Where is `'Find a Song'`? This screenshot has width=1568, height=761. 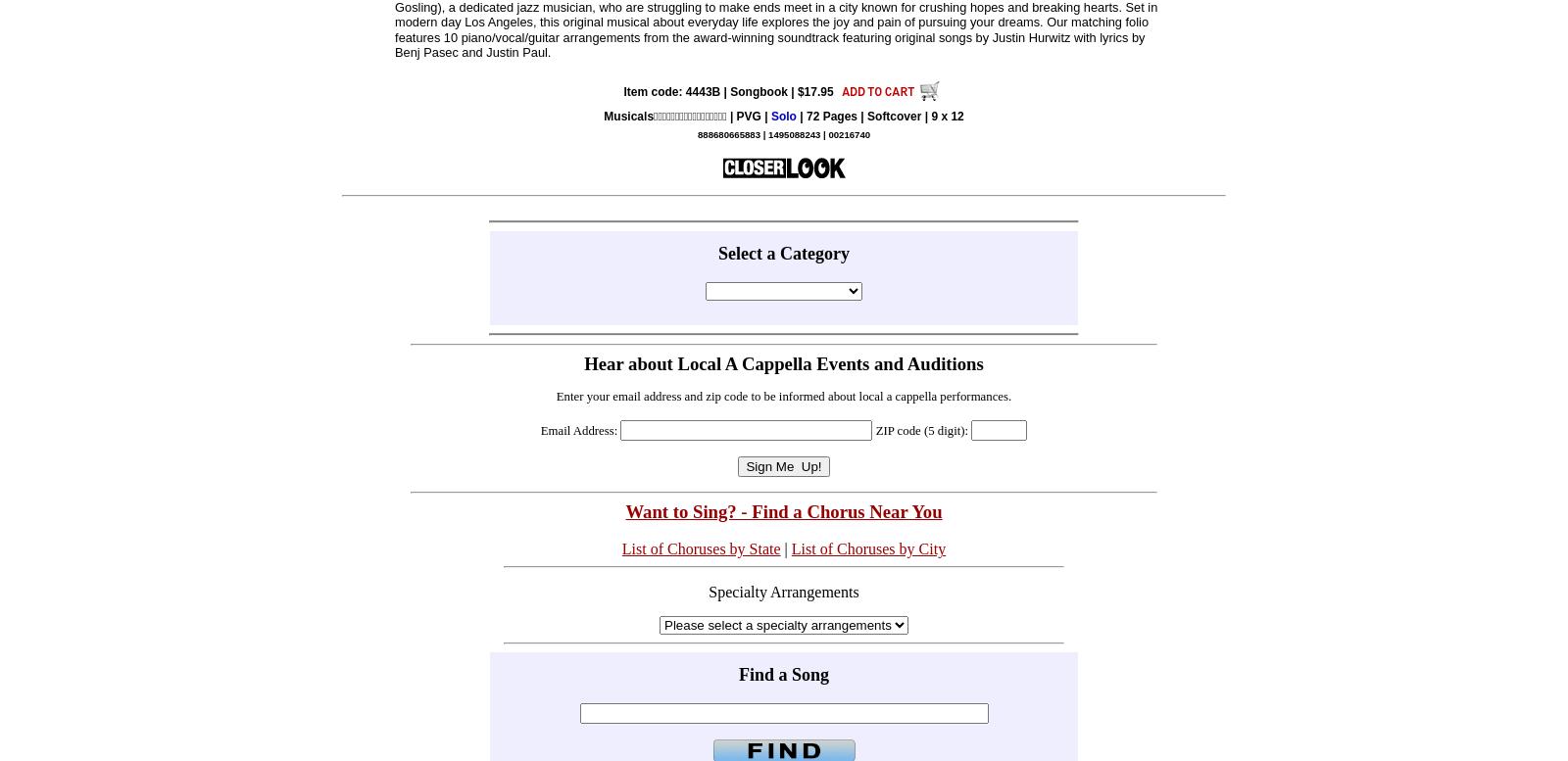
'Find a Song' is located at coordinates (783, 674).